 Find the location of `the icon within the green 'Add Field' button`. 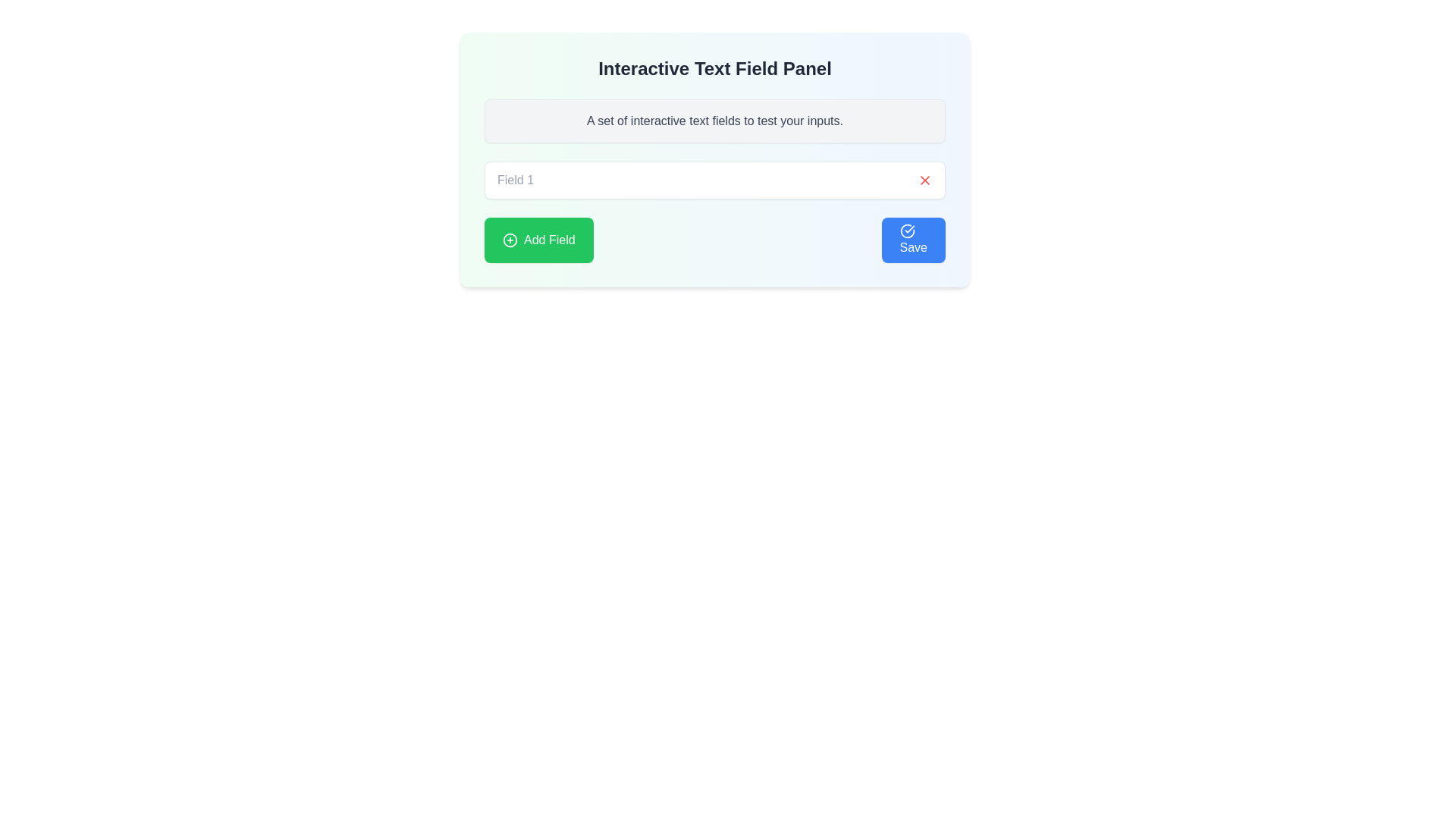

the icon within the green 'Add Field' button is located at coordinates (510, 239).